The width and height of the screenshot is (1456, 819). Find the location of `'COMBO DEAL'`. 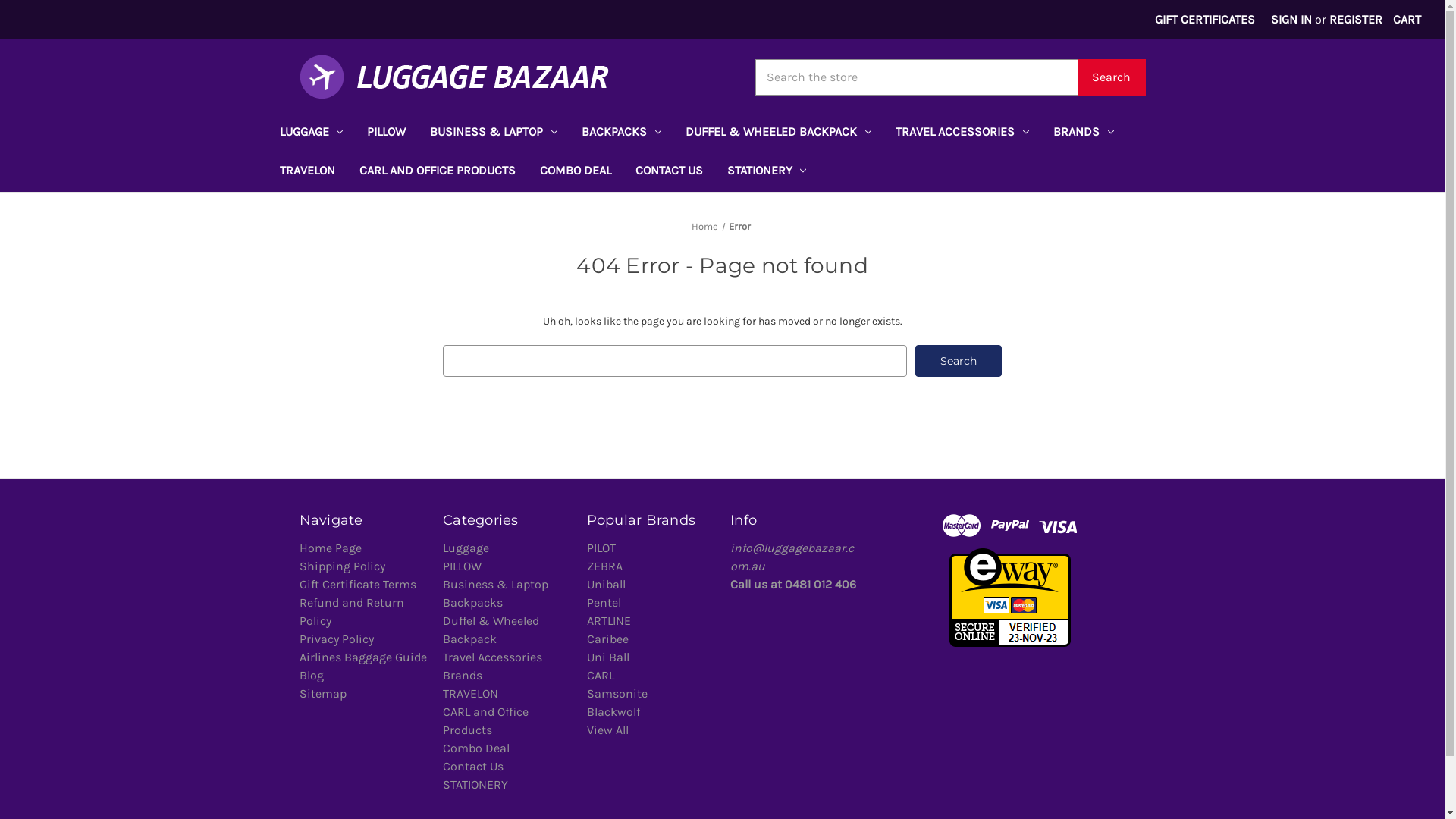

'COMBO DEAL' is located at coordinates (574, 171).